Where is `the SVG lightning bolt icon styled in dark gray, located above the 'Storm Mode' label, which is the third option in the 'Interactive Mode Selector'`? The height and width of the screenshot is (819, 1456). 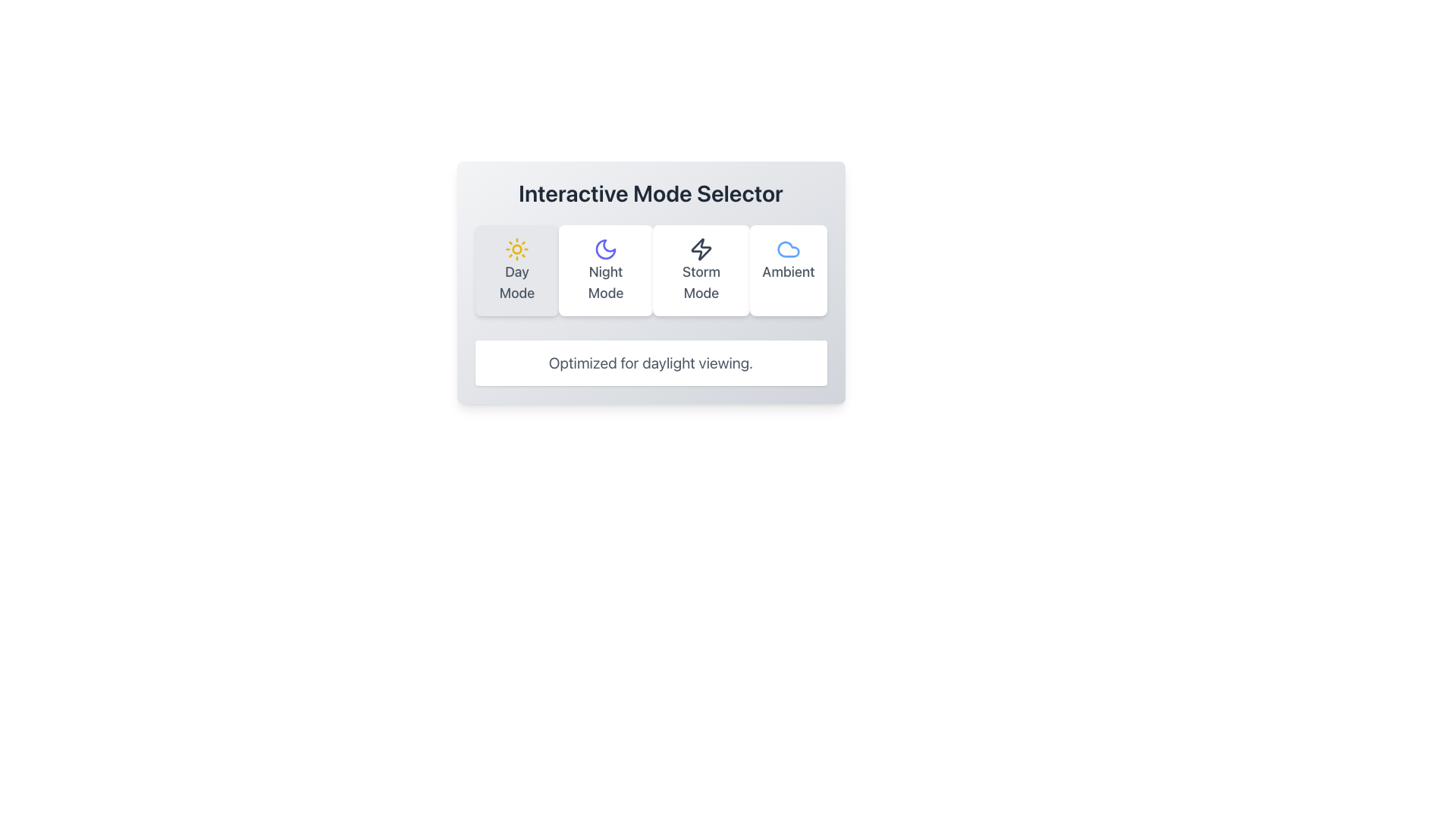 the SVG lightning bolt icon styled in dark gray, located above the 'Storm Mode' label, which is the third option in the 'Interactive Mode Selector' is located at coordinates (701, 248).